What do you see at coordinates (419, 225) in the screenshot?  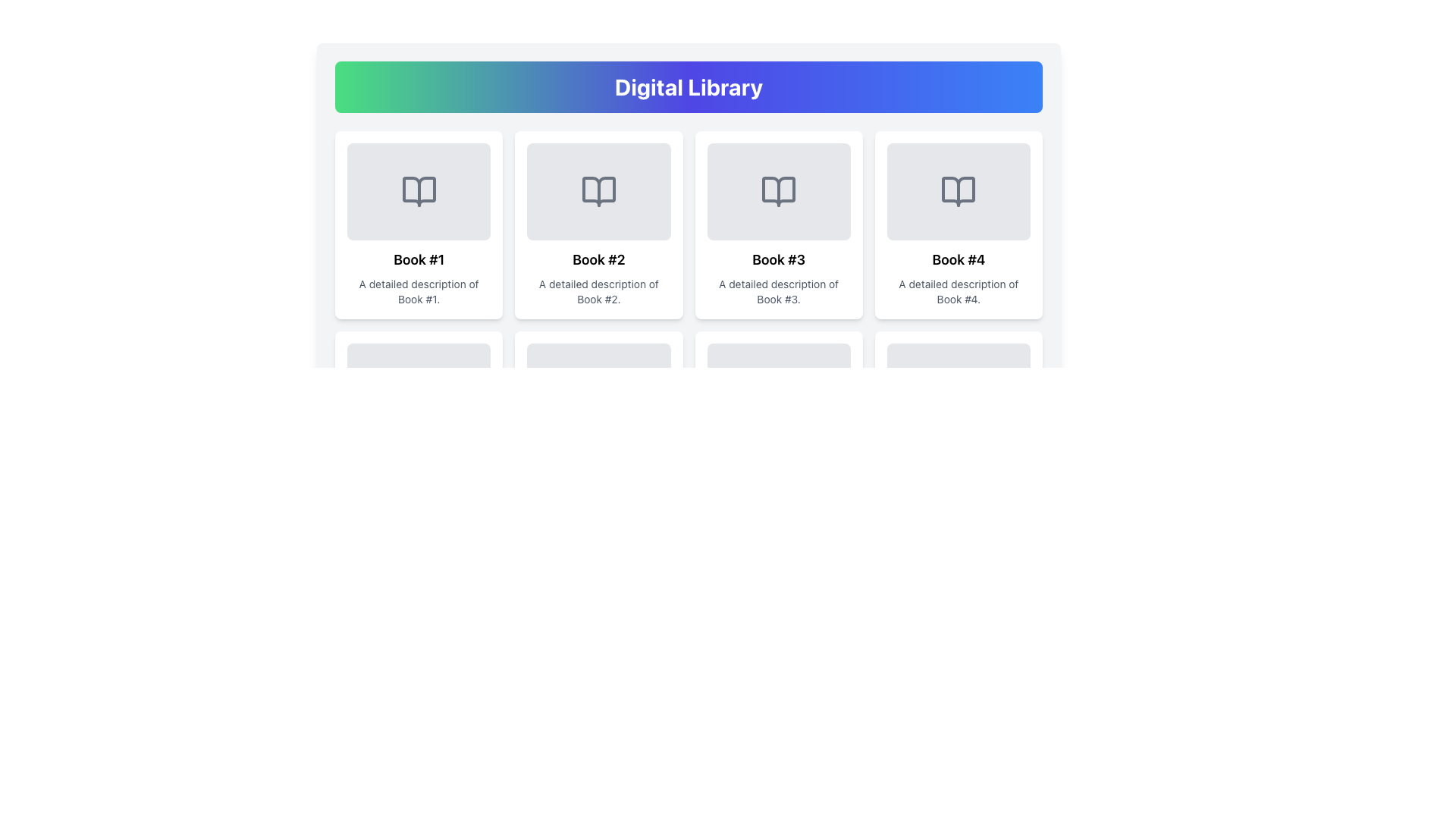 I see `the first informational card` at bounding box center [419, 225].